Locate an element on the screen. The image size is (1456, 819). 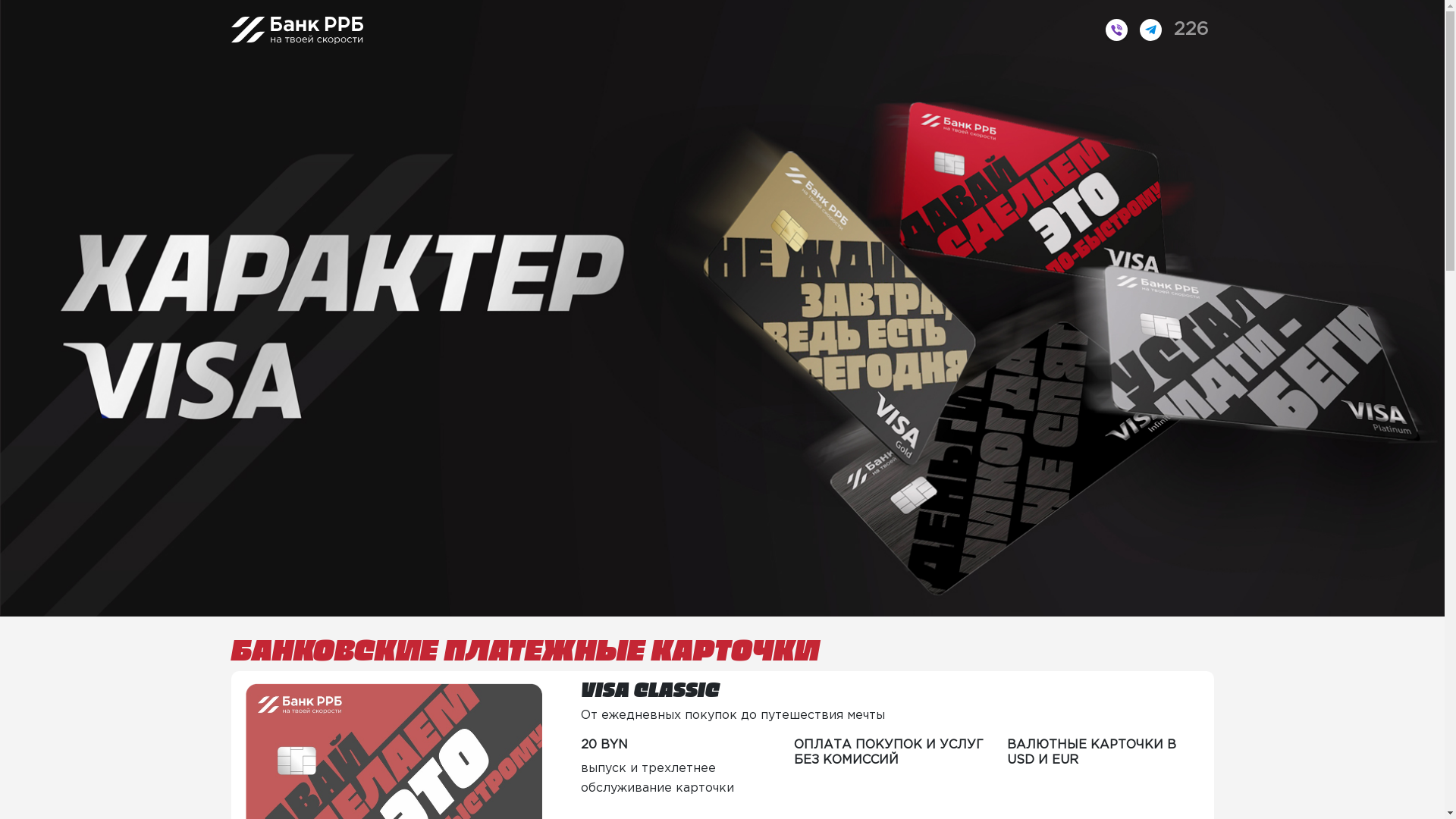
'226' is located at coordinates (1167, 30).